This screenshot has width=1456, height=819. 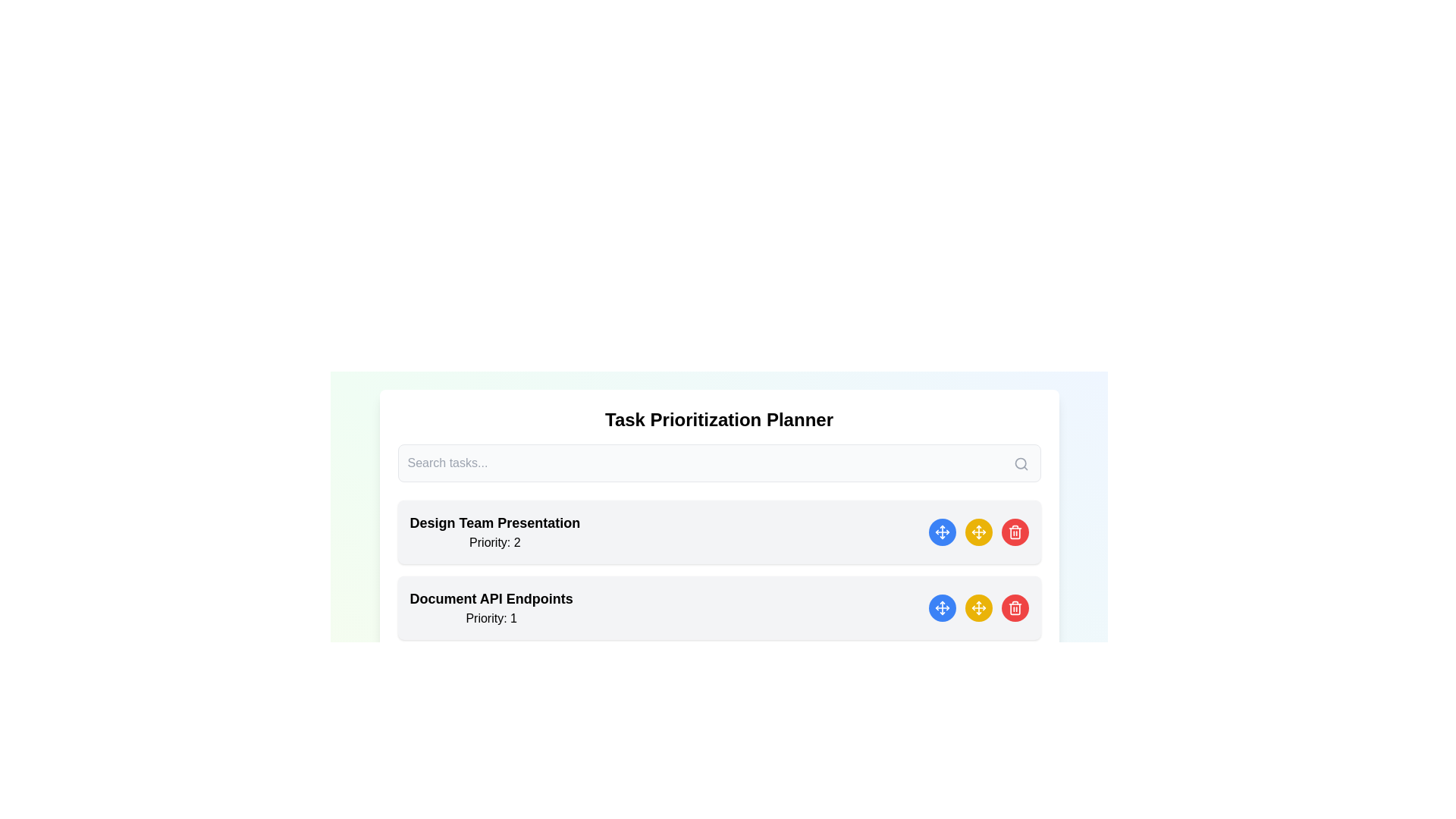 What do you see at coordinates (941, 607) in the screenshot?
I see `the blue circular icon with four arrows pointing outward, located at the end of the second task item row` at bounding box center [941, 607].